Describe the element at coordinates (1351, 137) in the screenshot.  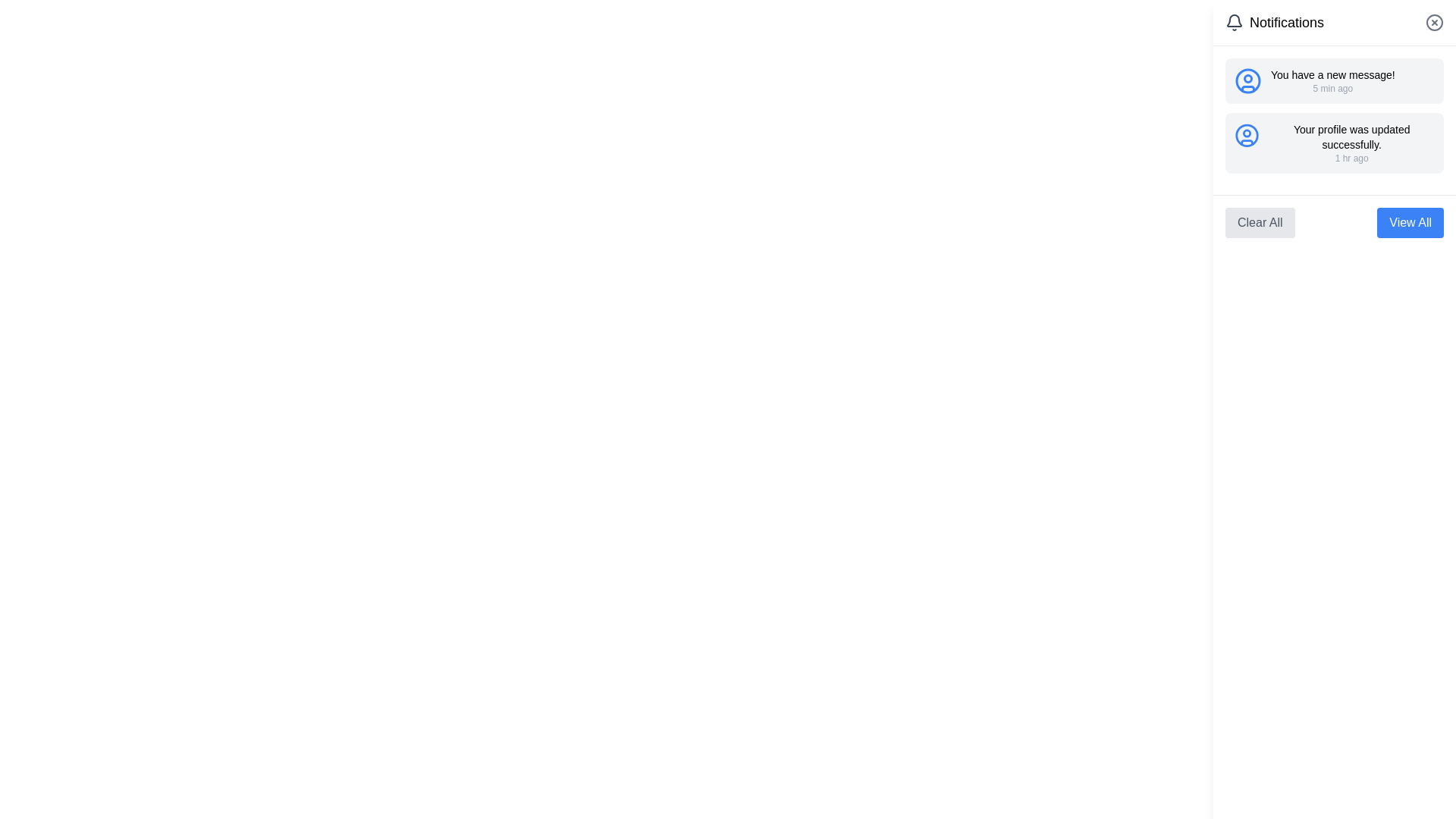
I see `the Text Display that notifies the user about their successful profile update, located in the sidebar on the right-hand side of the page` at that location.